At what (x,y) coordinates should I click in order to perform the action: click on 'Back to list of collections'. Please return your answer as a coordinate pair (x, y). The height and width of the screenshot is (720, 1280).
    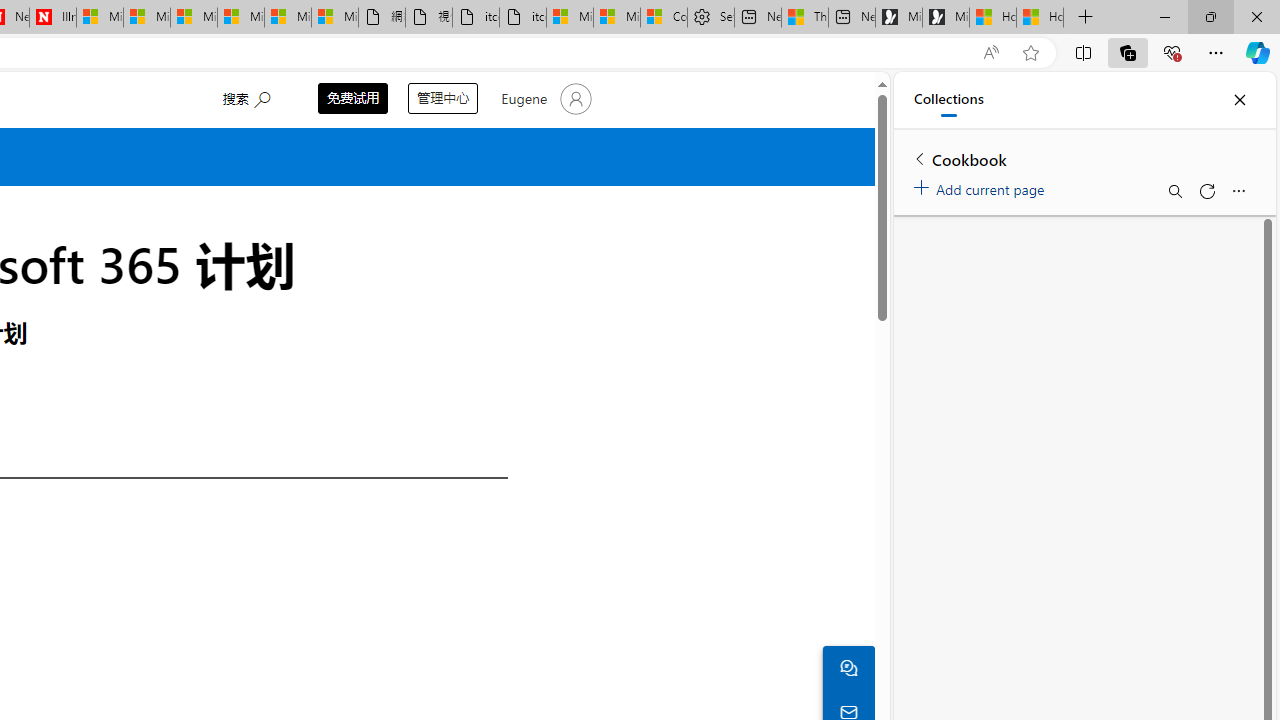
    Looking at the image, I should click on (919, 158).